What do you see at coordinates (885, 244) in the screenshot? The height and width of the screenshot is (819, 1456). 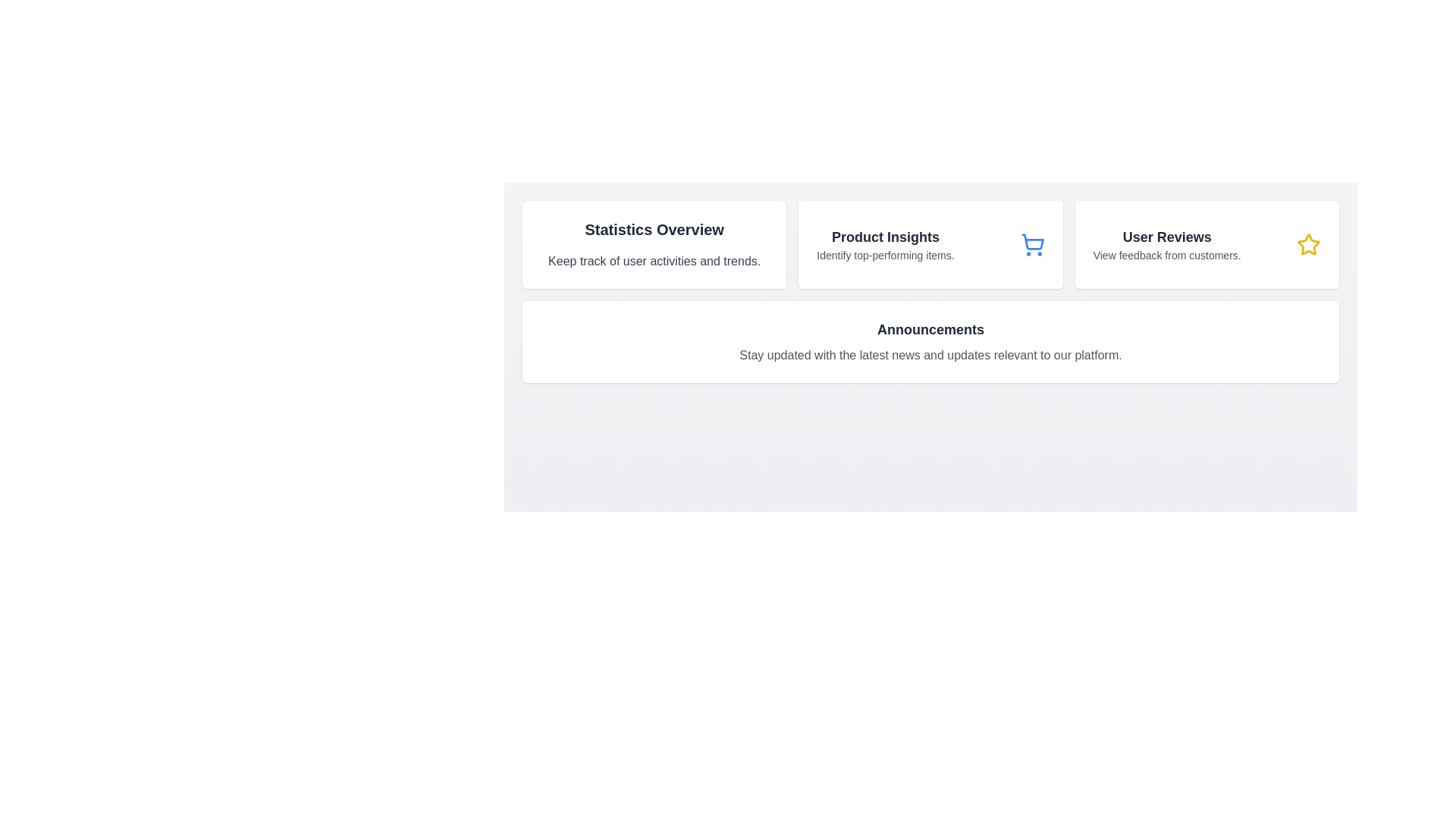 I see `informative text block located under the title 'Product Insights' and to the left of the shopping cart icon, which provides information about analyzing the performance of products` at bounding box center [885, 244].